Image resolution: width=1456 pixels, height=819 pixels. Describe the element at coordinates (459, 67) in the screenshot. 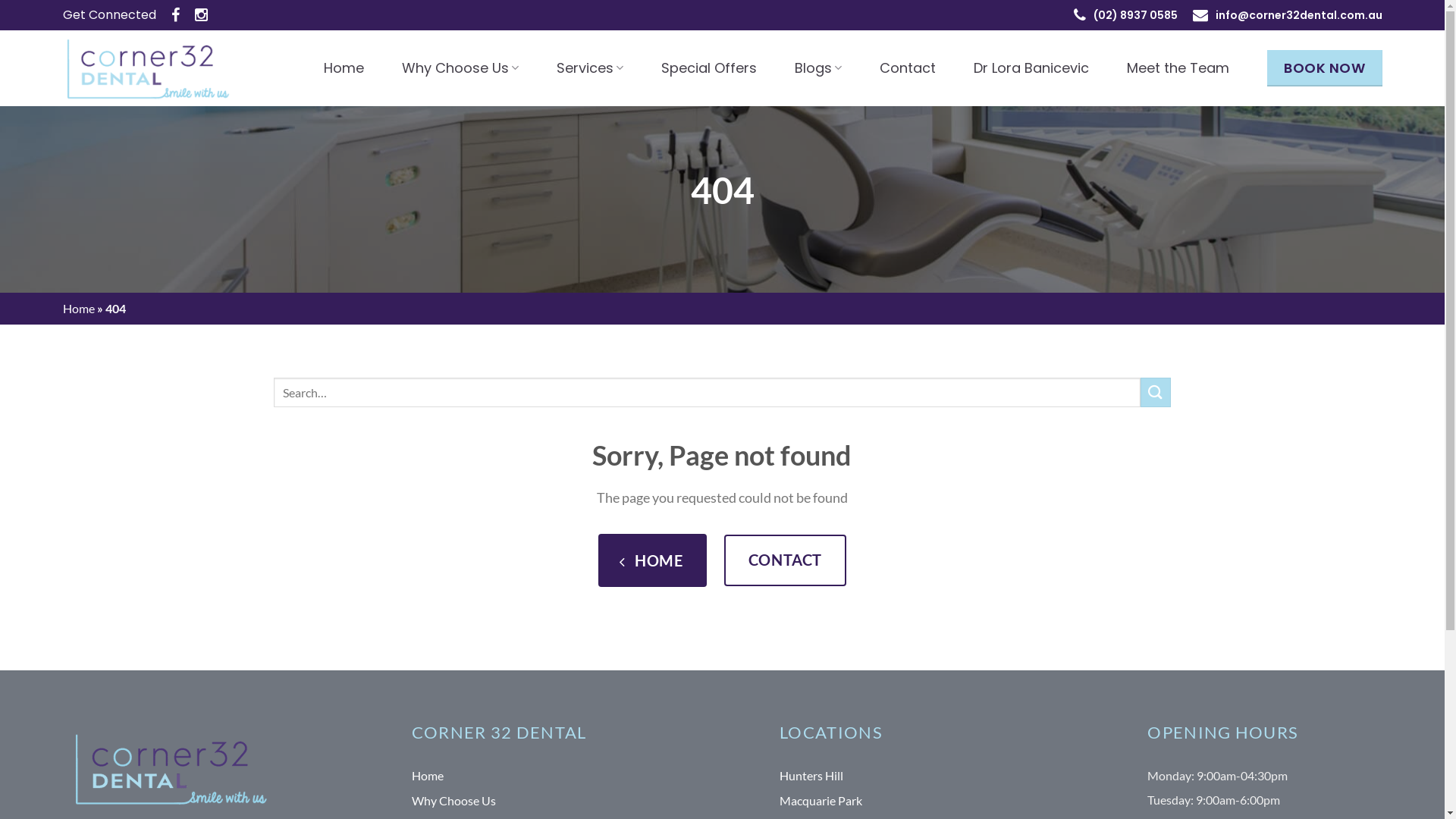

I see `'Why Choose Us'` at that location.